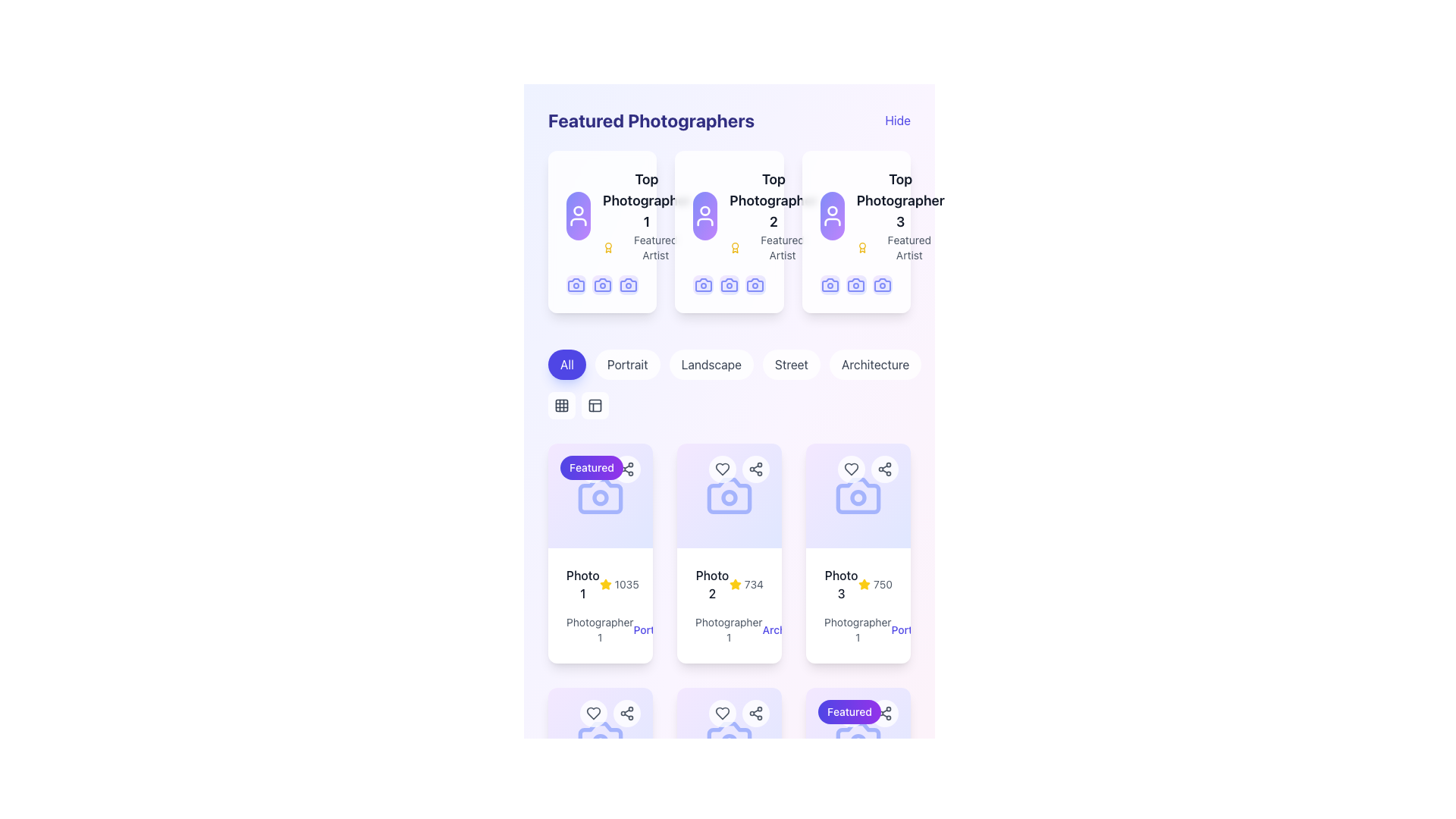 The image size is (1456, 819). What do you see at coordinates (884, 714) in the screenshot?
I see `the share icon located within the translucent white button at the top-right corner of the 'Photo 3' card` at bounding box center [884, 714].